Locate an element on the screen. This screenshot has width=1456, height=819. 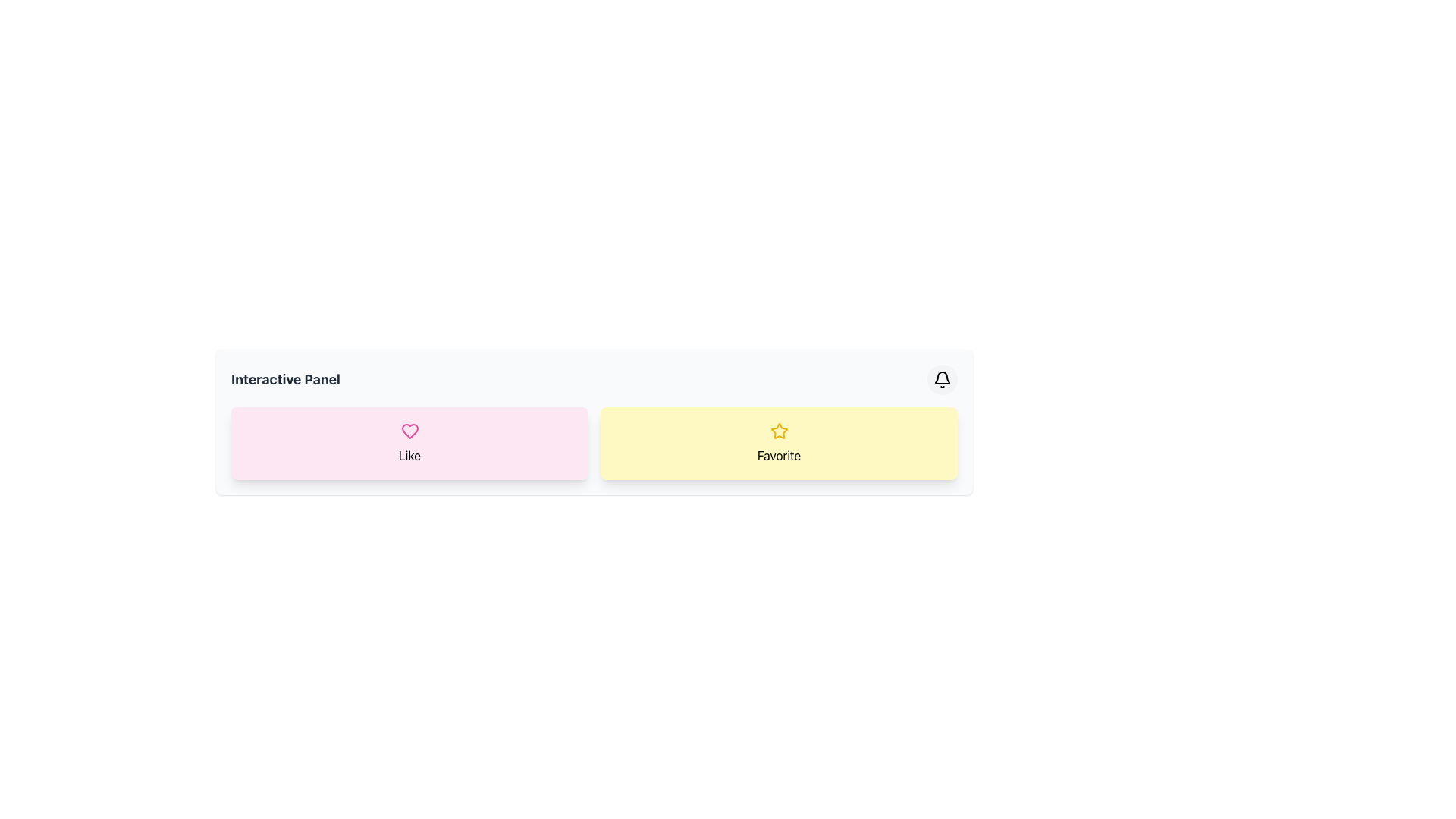
the visual representation of the 'Like' icon, which is centered inside the pink-colored button on the left side of the interface is located at coordinates (409, 431).